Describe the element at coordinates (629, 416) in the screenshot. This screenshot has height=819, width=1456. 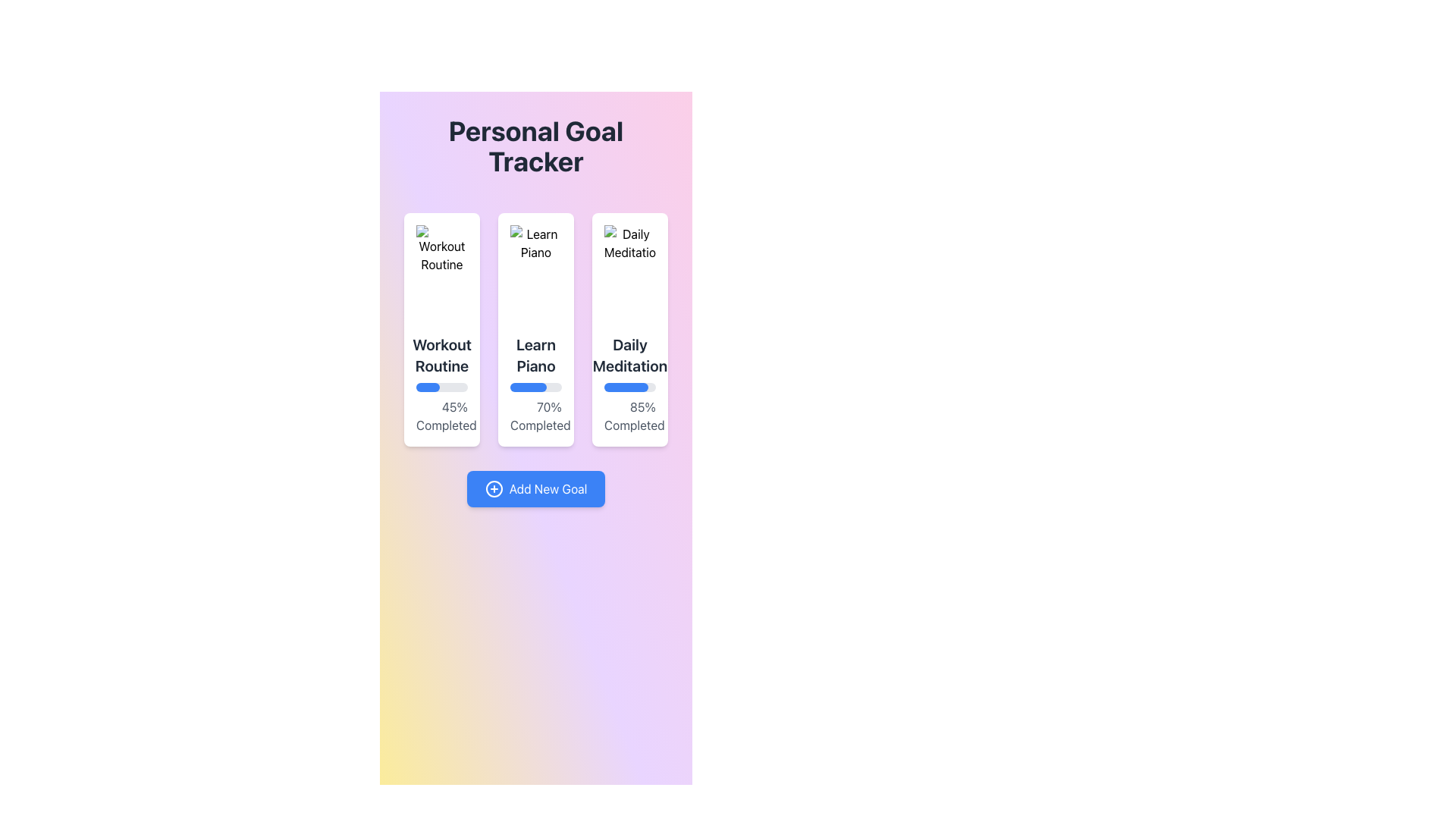
I see `the informational label indicating the completion percentage ('85%') of the 'Daily Meditation' goal, located at the bottom of the Daily Meditation card` at that location.